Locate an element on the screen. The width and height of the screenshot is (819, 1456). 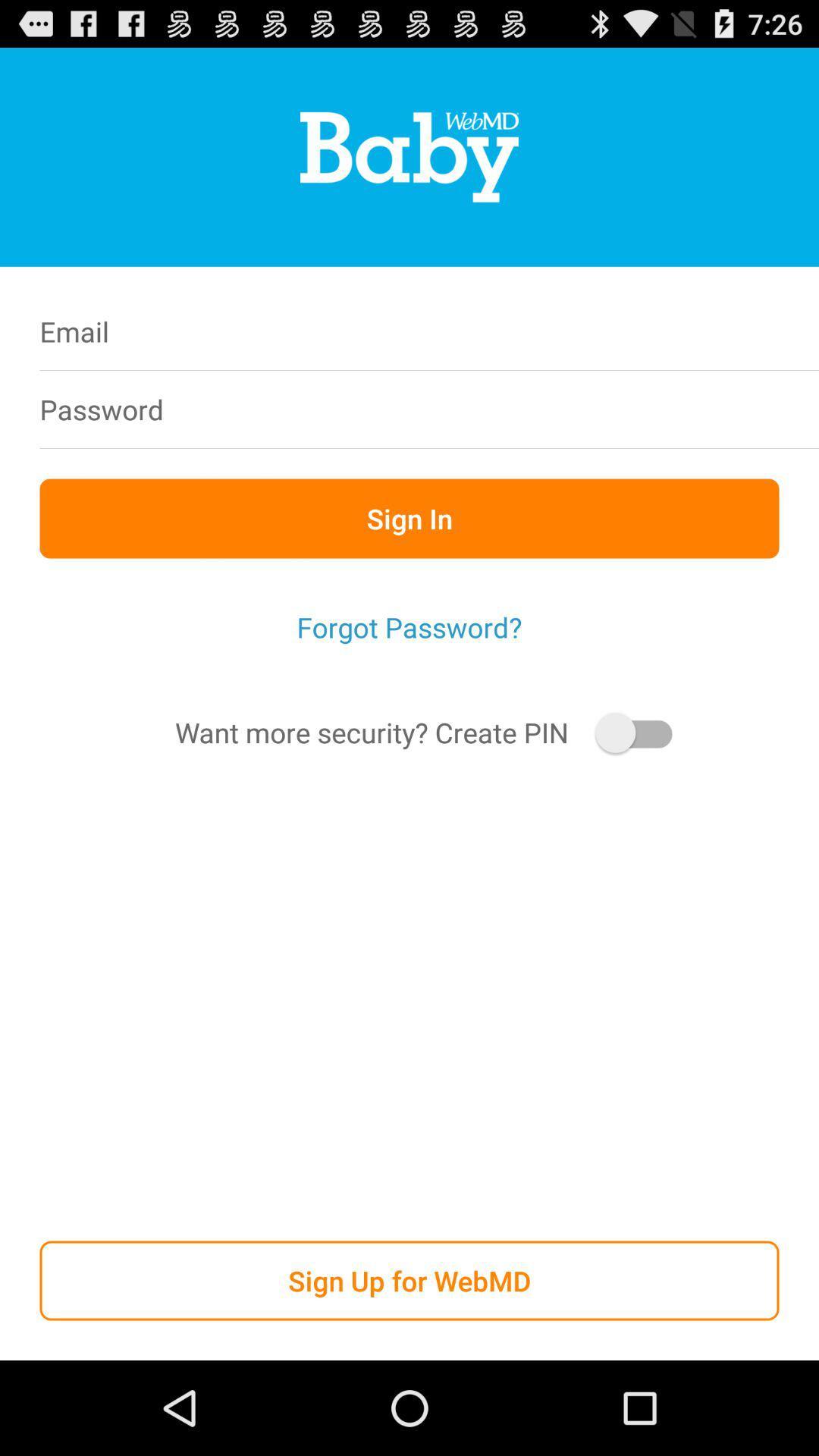
the item next to the password item is located at coordinates (507, 409).